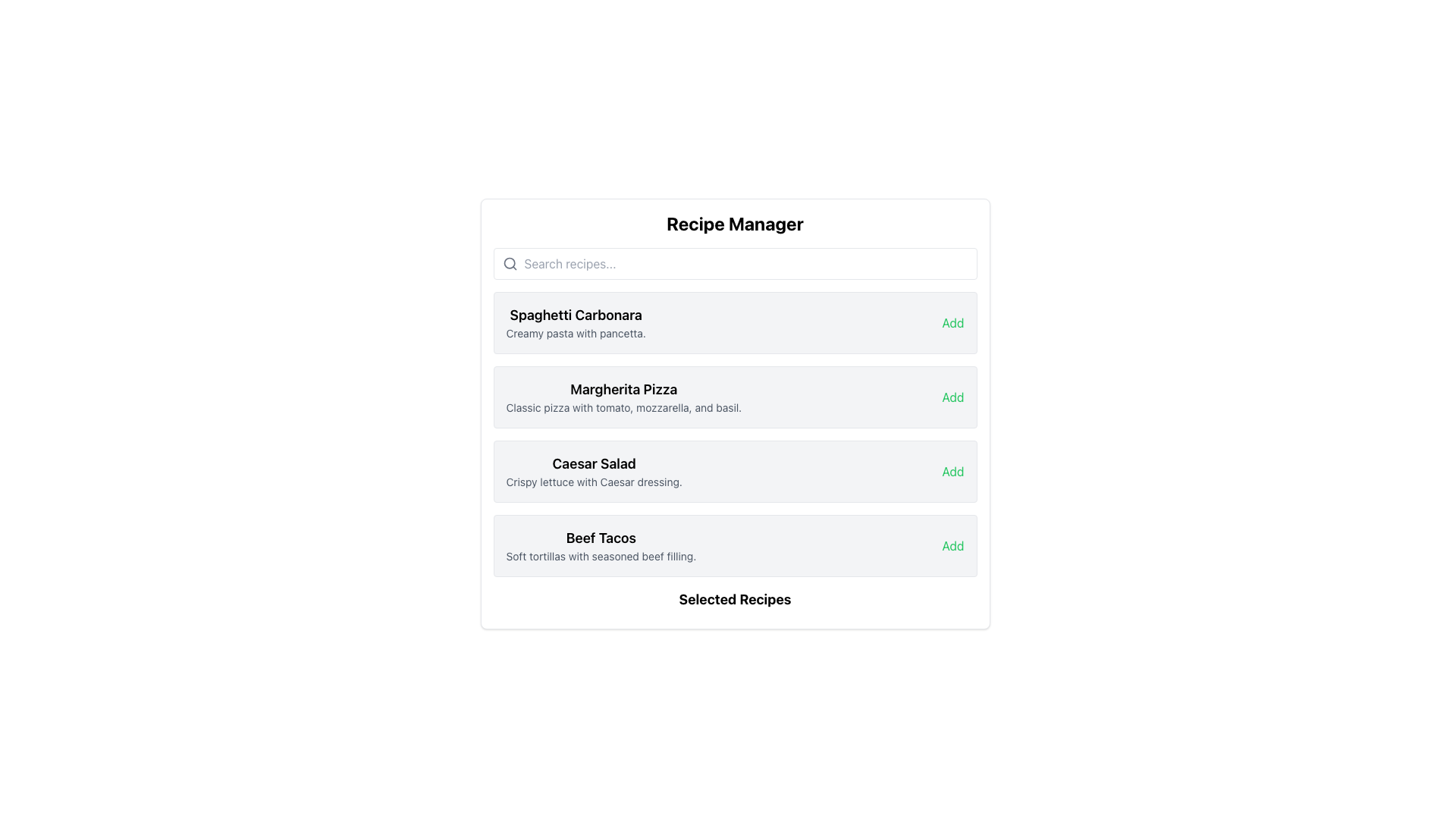 This screenshot has width=1456, height=819. I want to click on text from the Text Label element displaying 'Caesar Salad', which is the first line of the third item in a vertical list layout, so click(593, 463).